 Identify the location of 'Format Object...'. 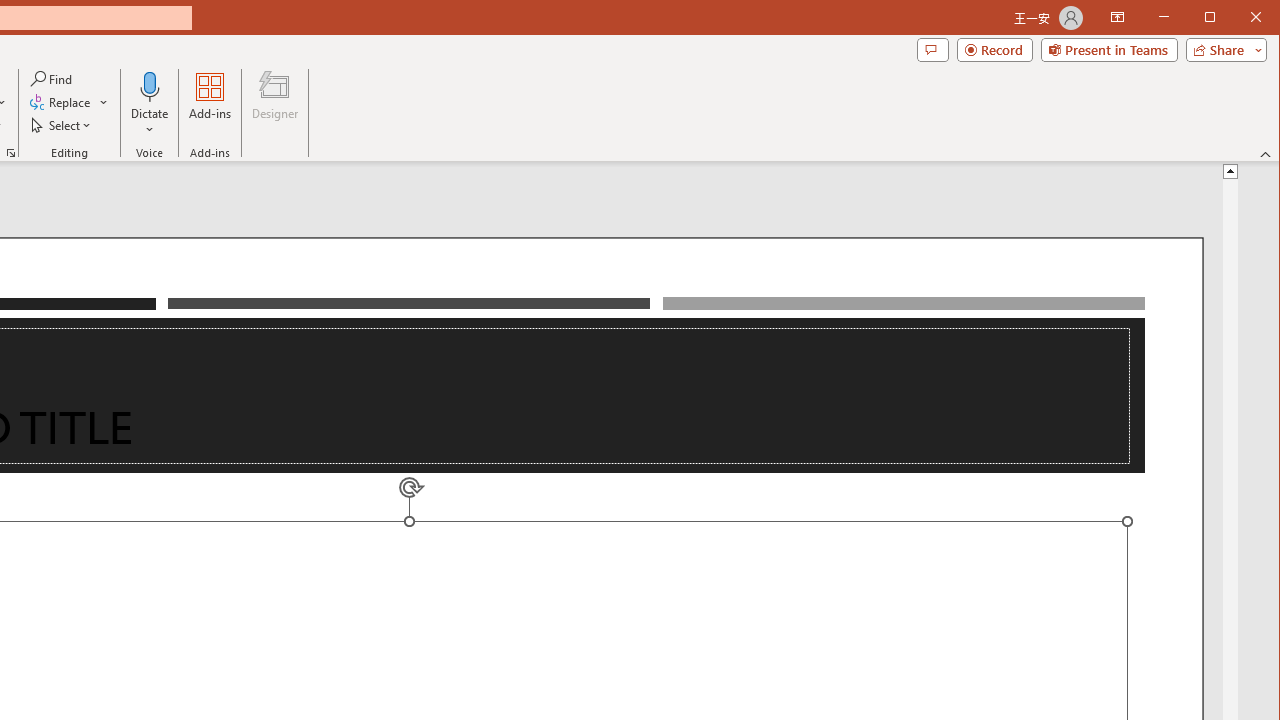
(10, 152).